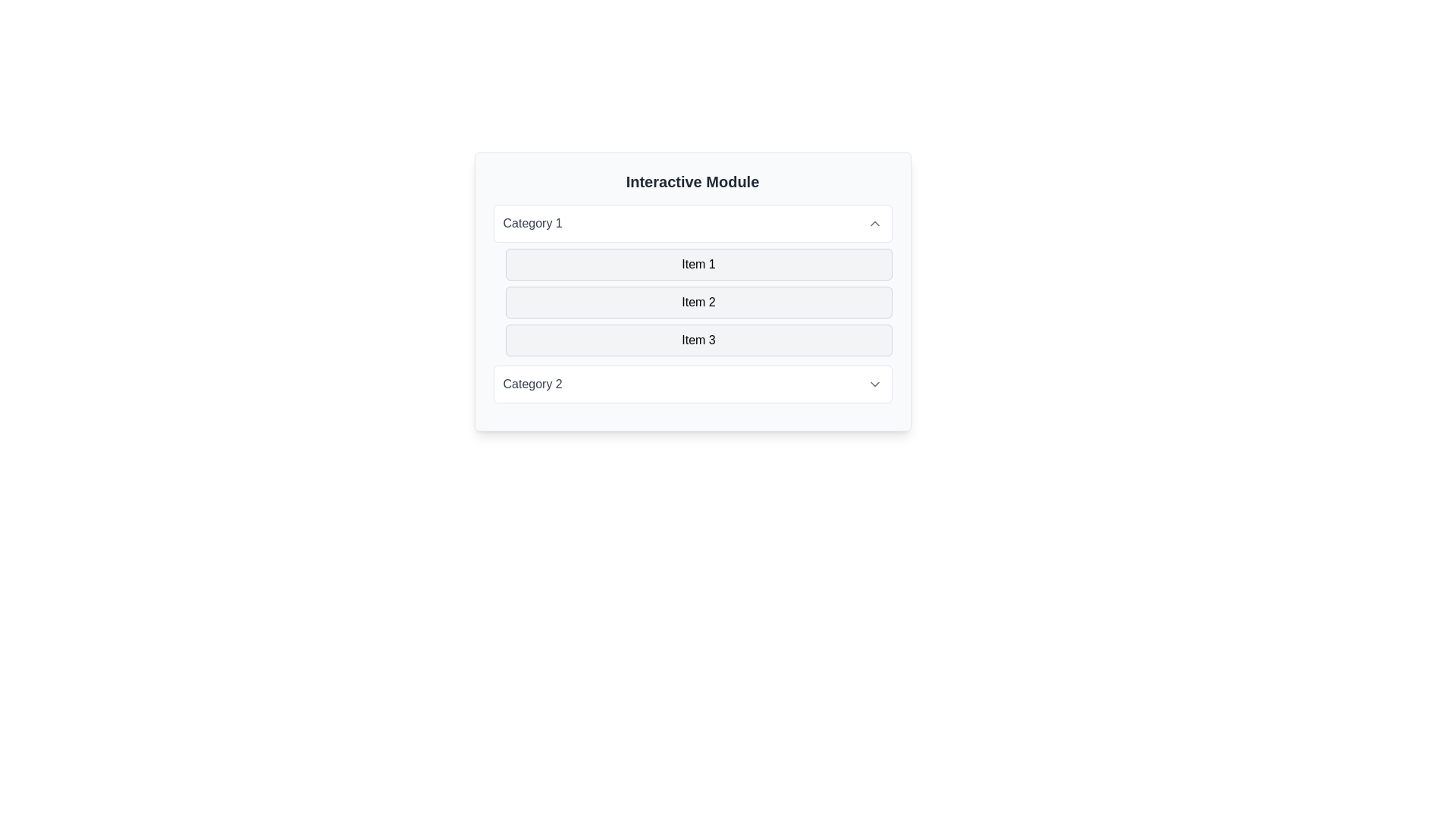 Image resolution: width=1456 pixels, height=819 pixels. What do you see at coordinates (698, 339) in the screenshot?
I see `the static text label displaying 'Item 3', which is the third item in a vertical list located under 'Item 2'` at bounding box center [698, 339].